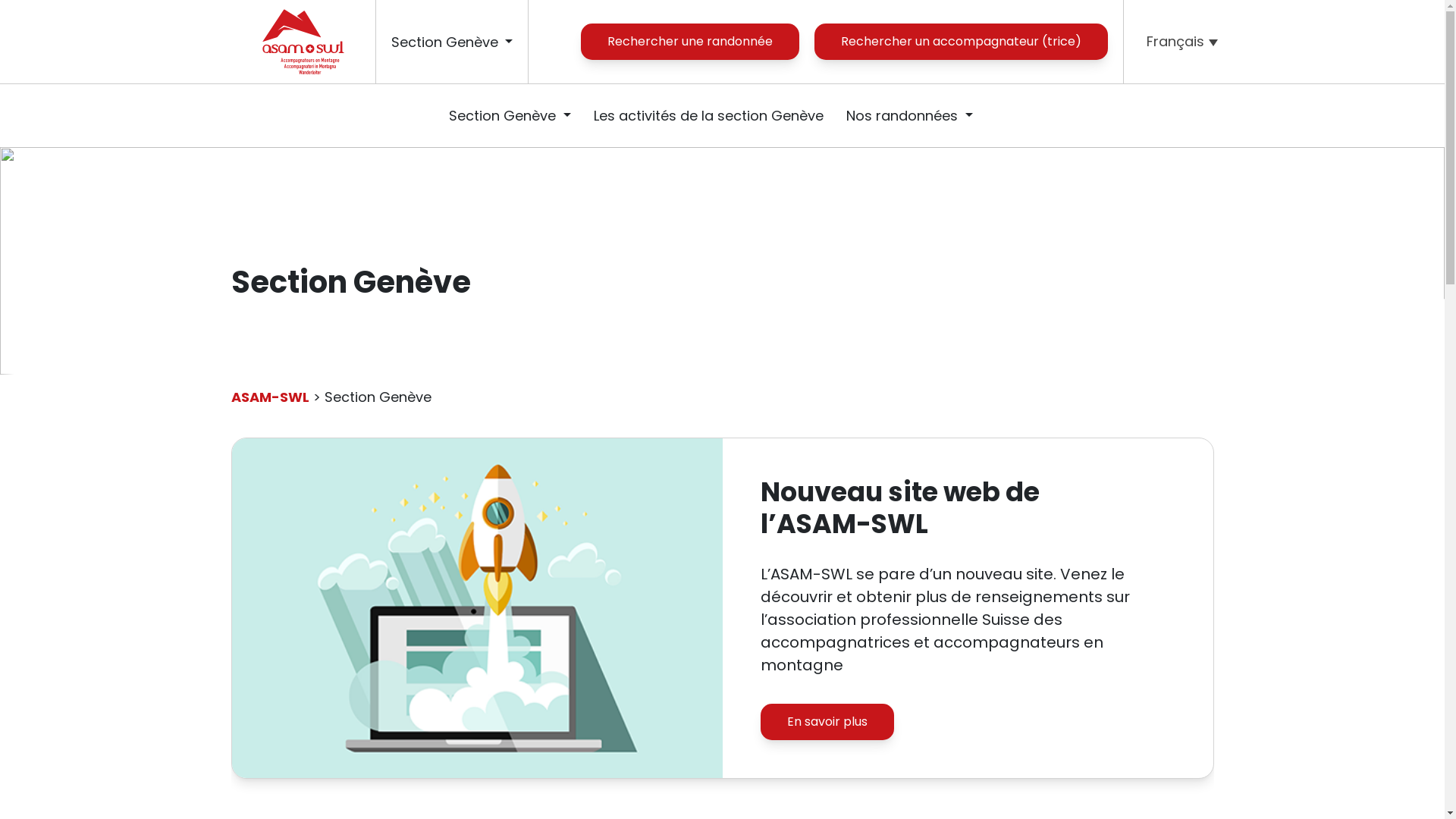  Describe the element at coordinates (825, 721) in the screenshot. I see `'En savoir plus'` at that location.